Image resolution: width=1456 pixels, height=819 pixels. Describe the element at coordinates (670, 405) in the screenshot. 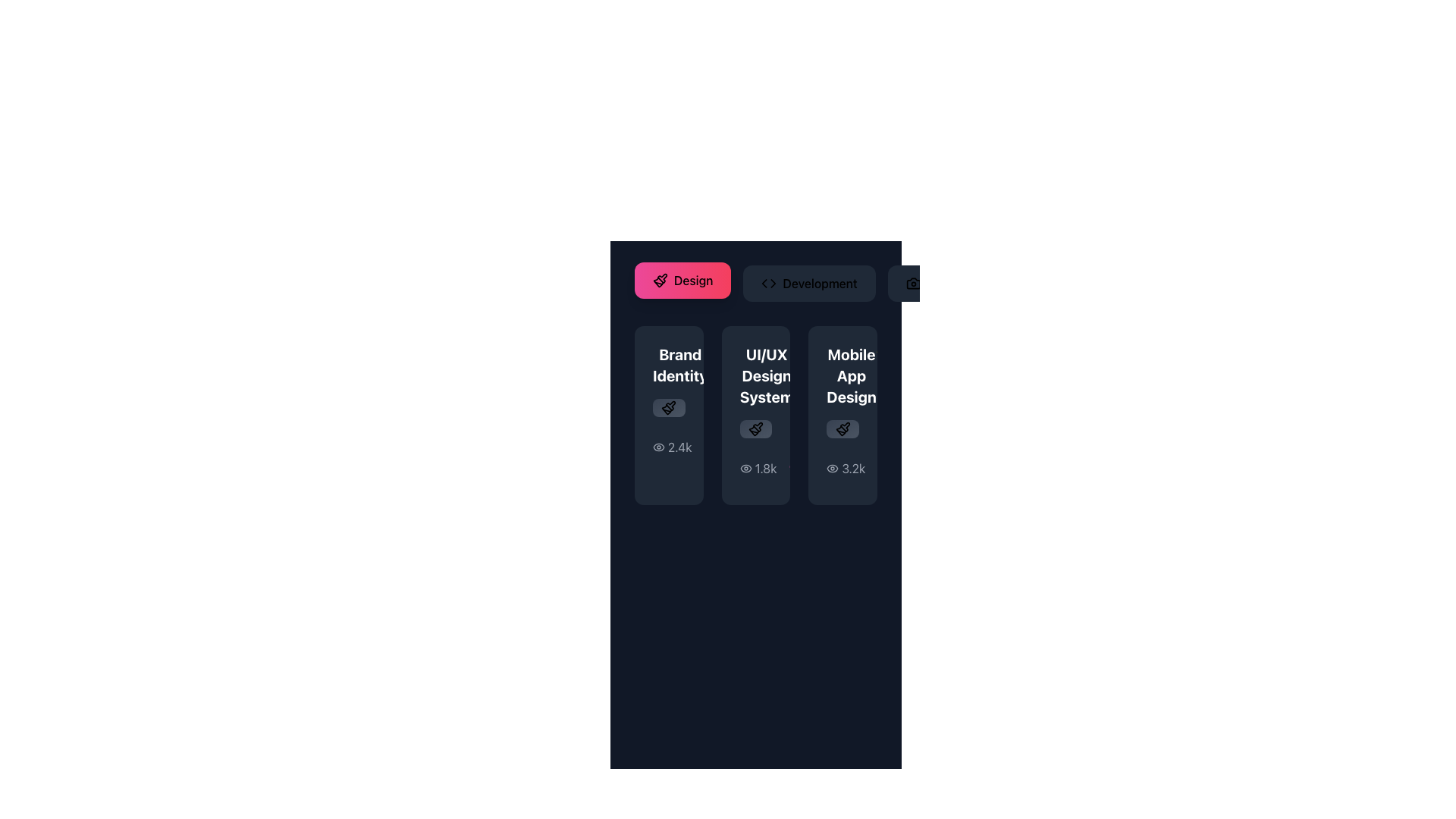

I see `the 'Brand Identity' icon, which is a non-interactive SVG graphic located centrally within the first card of the vertical stack, directly above the numeric counter` at that location.